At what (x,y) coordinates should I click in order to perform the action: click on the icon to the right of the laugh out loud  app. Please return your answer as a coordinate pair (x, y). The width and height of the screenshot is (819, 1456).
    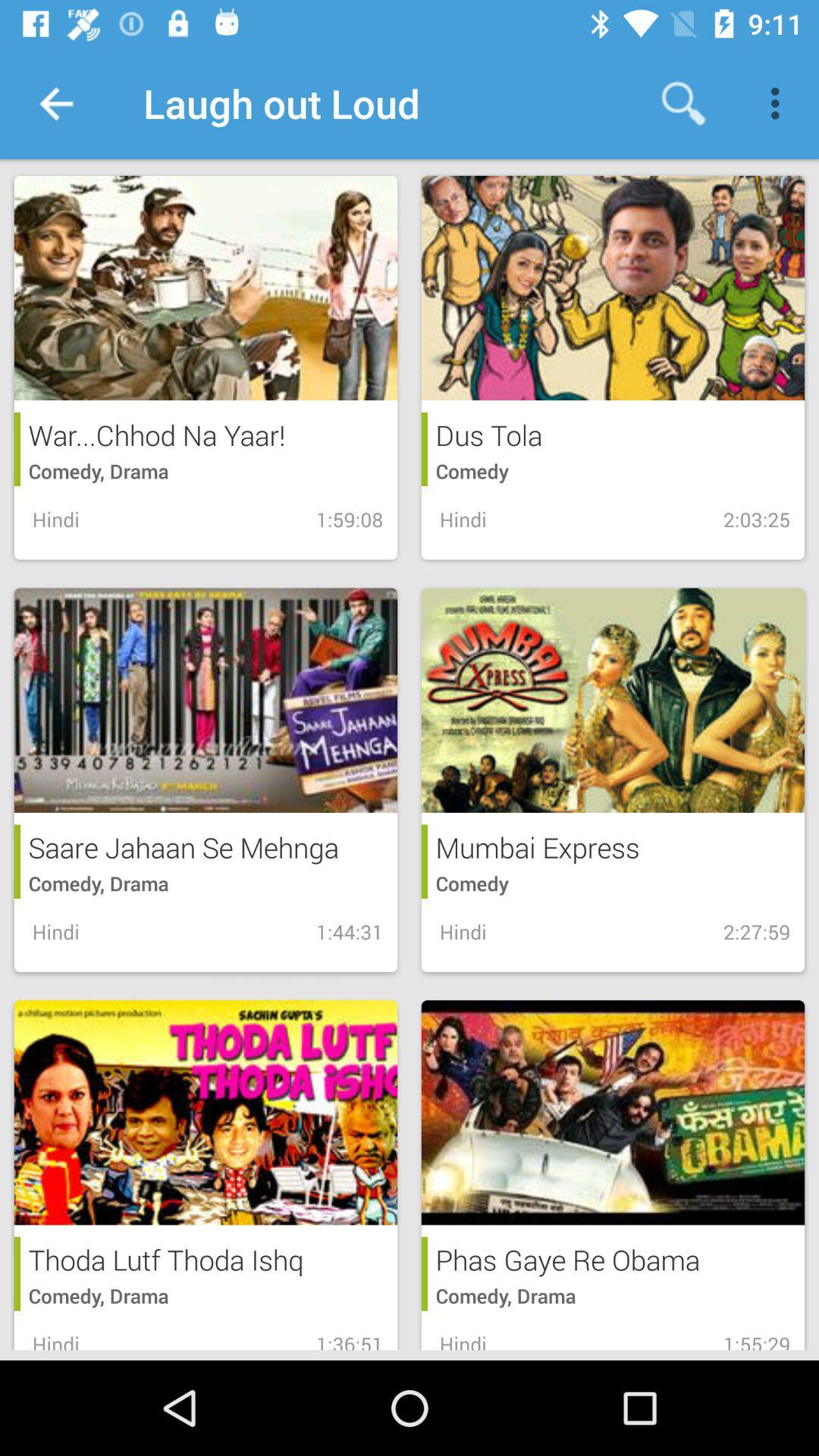
    Looking at the image, I should click on (683, 102).